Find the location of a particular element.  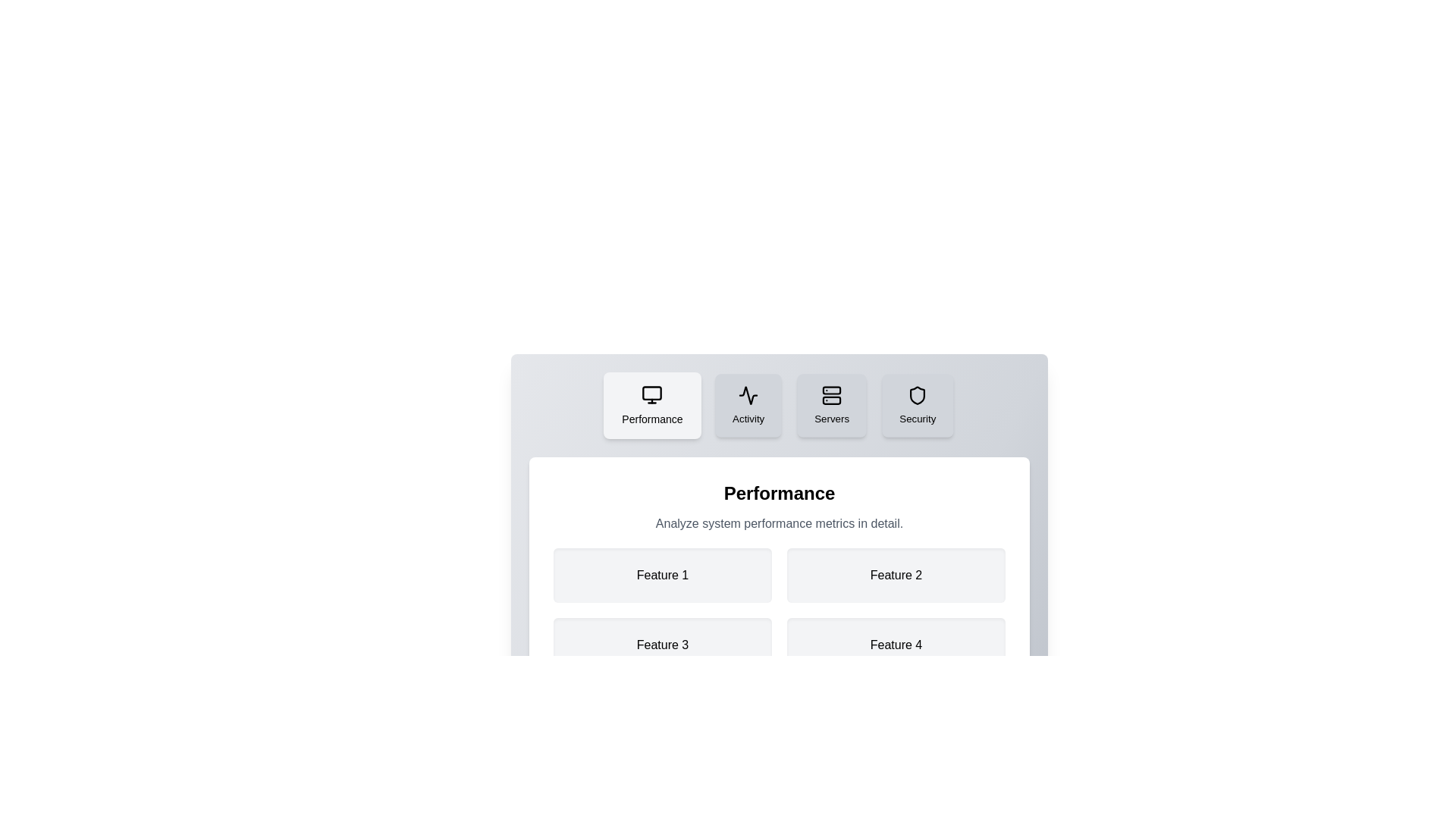

the Security tab to view its content is located at coordinates (916, 405).